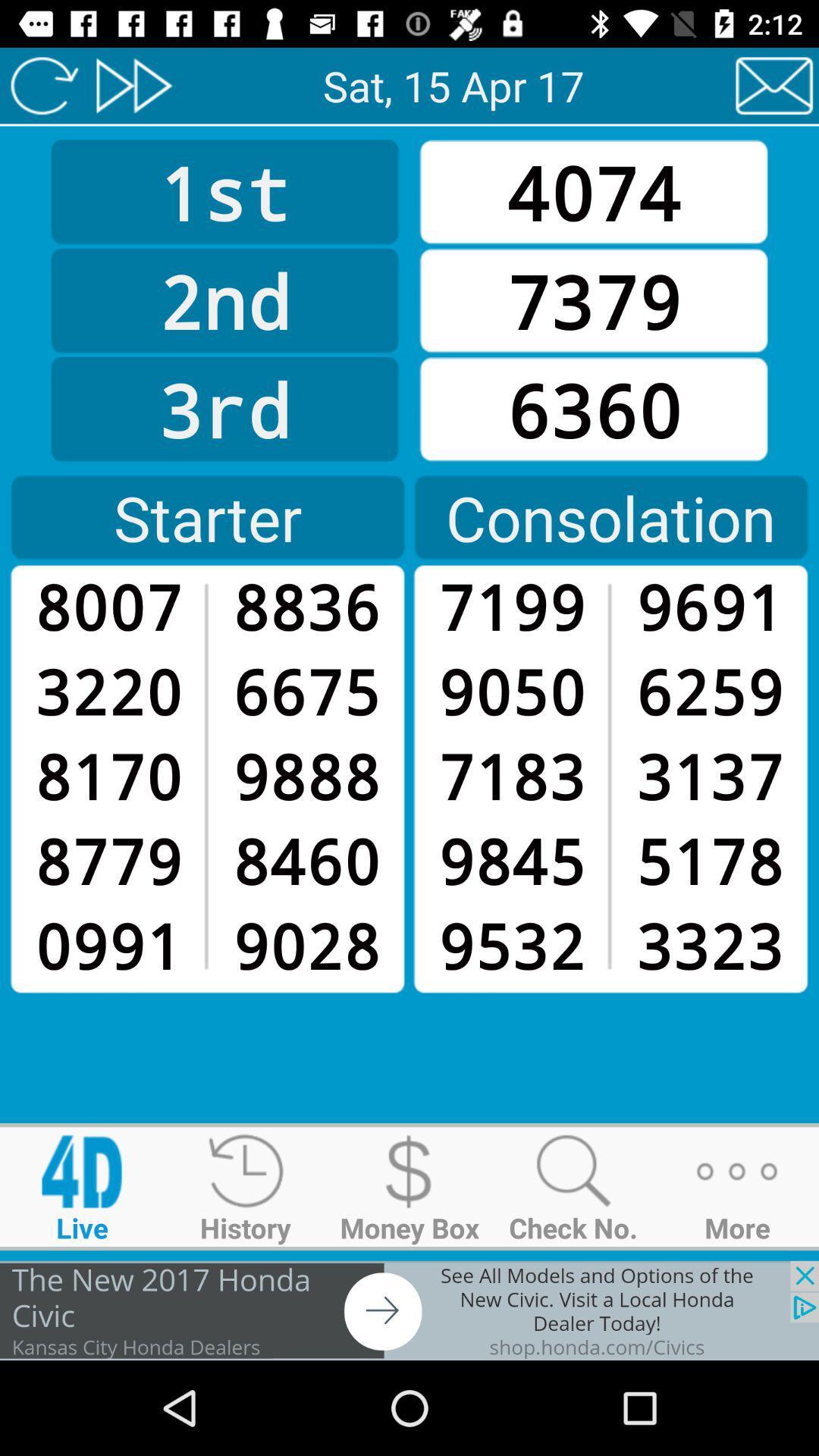 The height and width of the screenshot is (1456, 819). Describe the element at coordinates (133, 85) in the screenshot. I see `the av_forward icon` at that location.